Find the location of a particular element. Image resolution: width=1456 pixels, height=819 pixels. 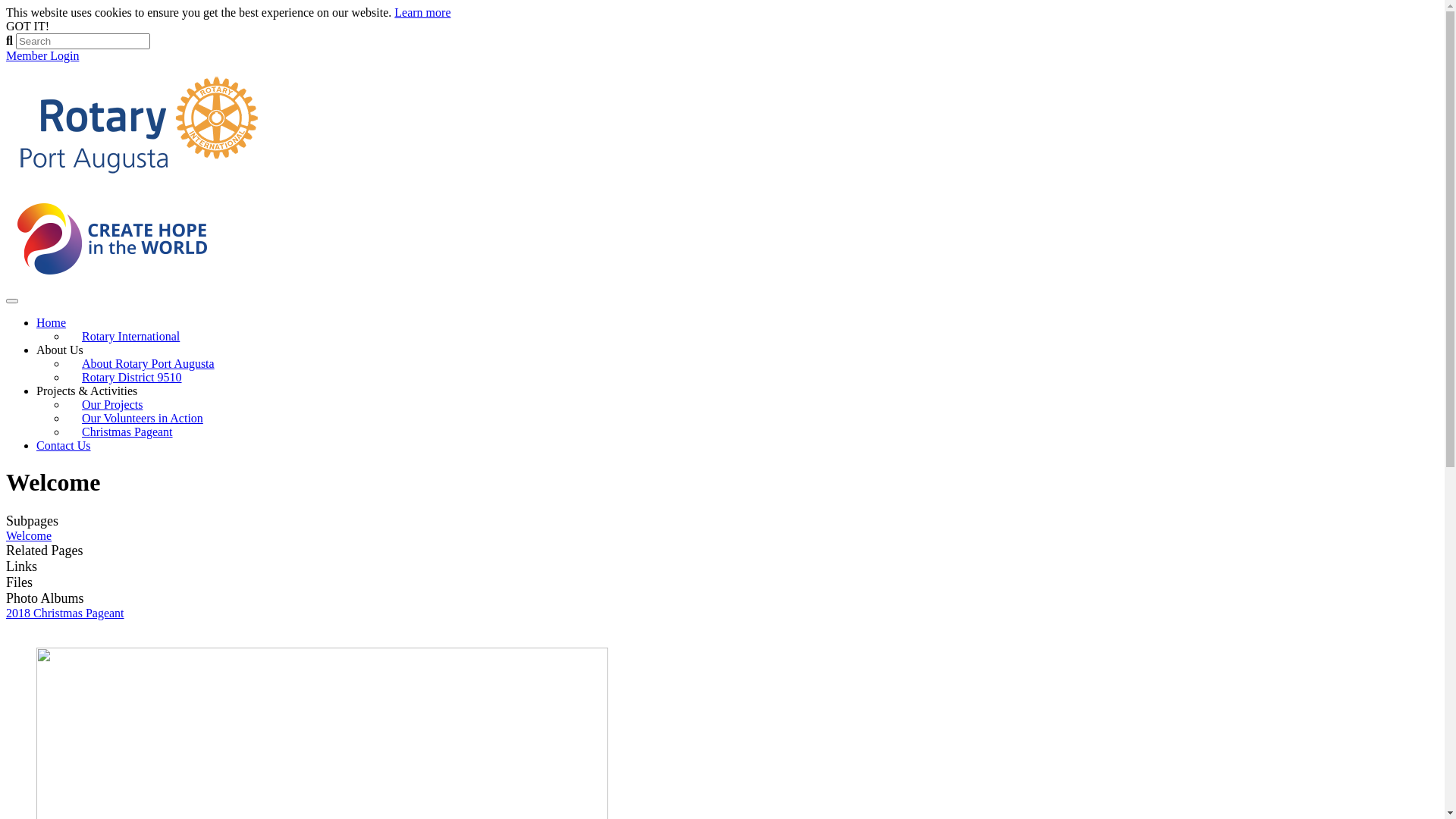

'Welcome' is located at coordinates (29, 535).